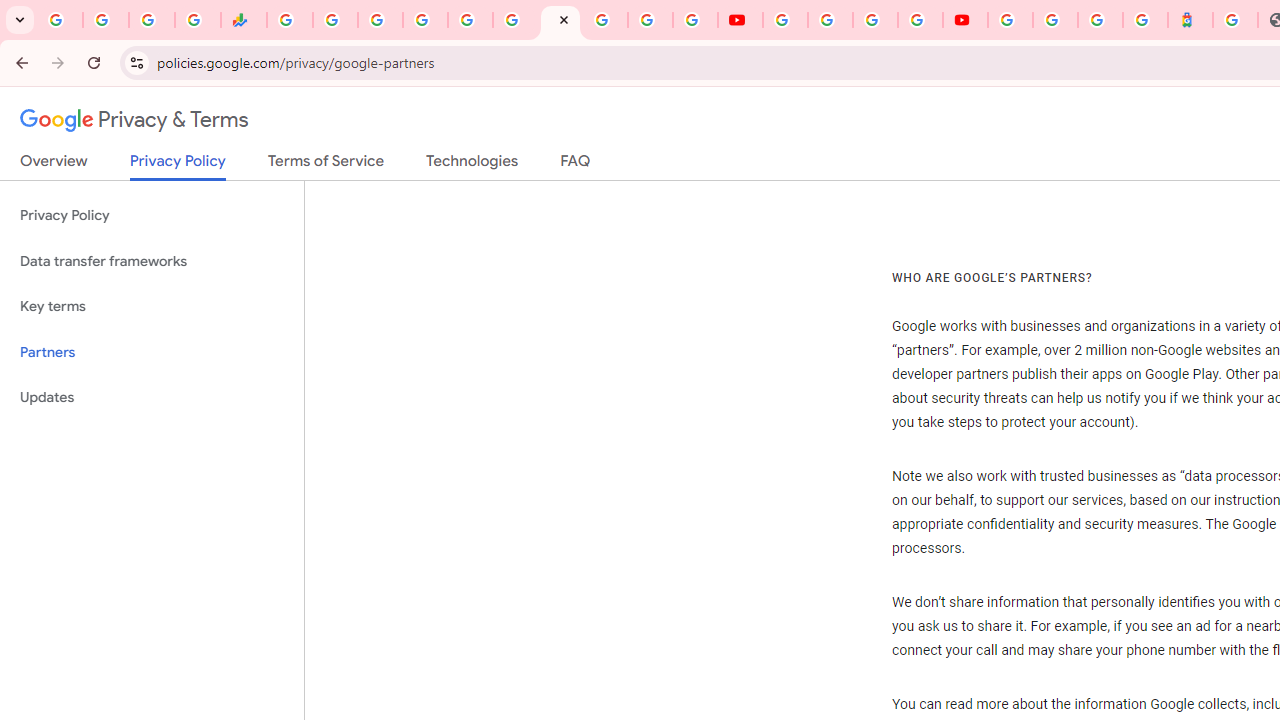 Image resolution: width=1280 pixels, height=720 pixels. Describe the element at coordinates (965, 20) in the screenshot. I see `'Content Creator Programs & Opportunities - YouTube Creators'` at that location.